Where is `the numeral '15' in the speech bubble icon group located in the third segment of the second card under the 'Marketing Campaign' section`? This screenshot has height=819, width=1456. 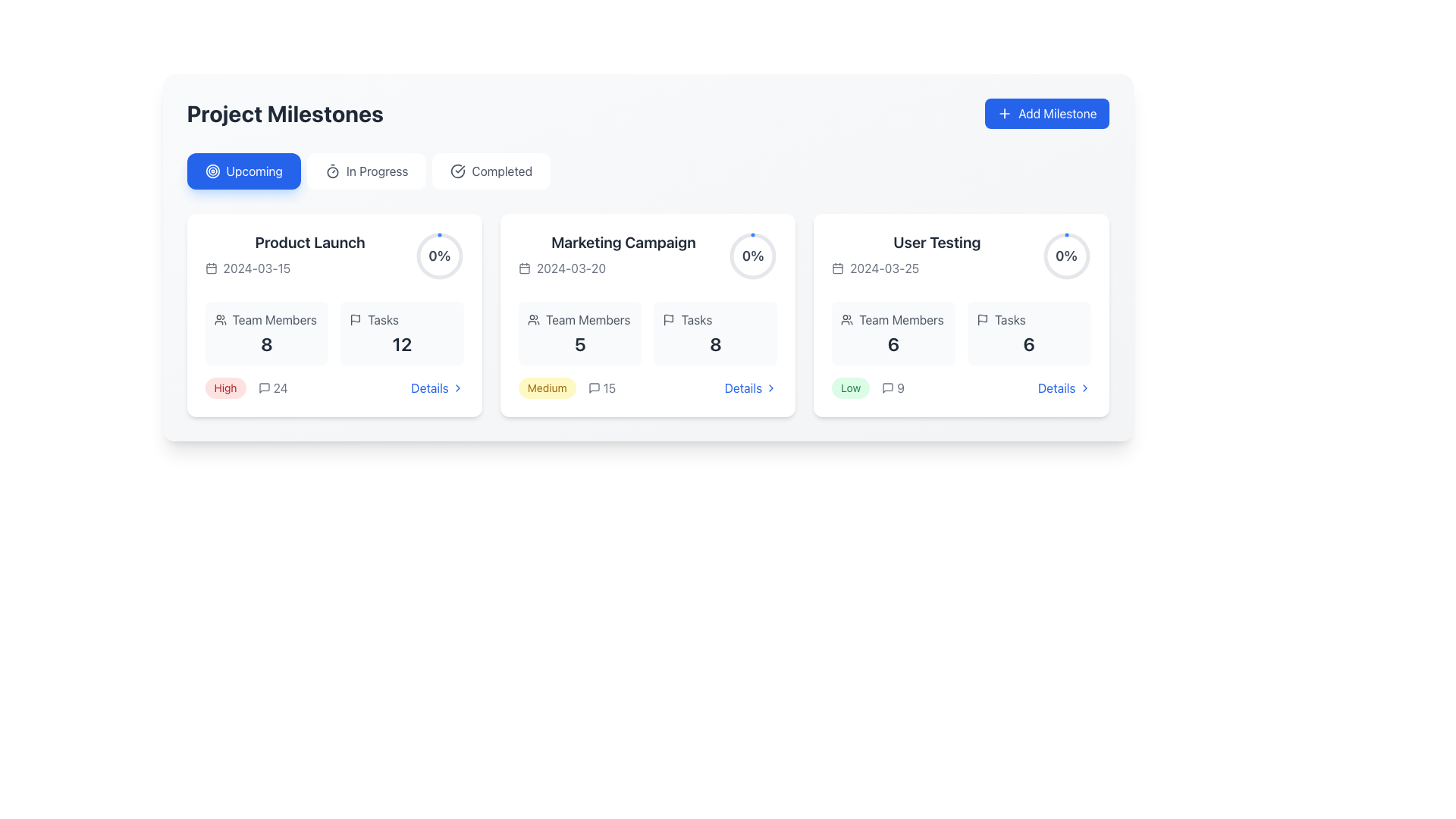
the numeral '15' in the speech bubble icon group located in the third segment of the second card under the 'Marketing Campaign' section is located at coordinates (601, 388).